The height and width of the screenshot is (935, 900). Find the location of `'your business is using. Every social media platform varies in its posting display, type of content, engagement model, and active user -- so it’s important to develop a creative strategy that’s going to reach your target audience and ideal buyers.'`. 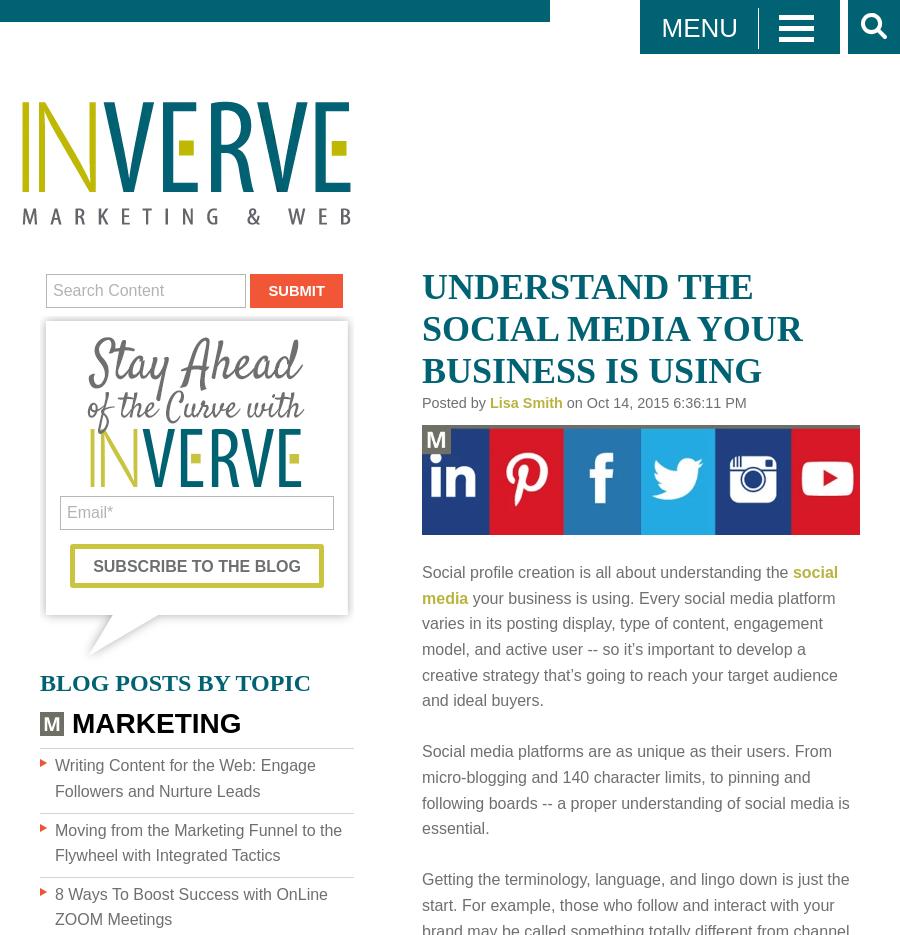

'your business is using. Every social media platform varies in its posting display, type of content, engagement model, and active user -- so it’s important to develop a creative strategy that’s going to reach your target audience and ideal buyers.' is located at coordinates (629, 648).